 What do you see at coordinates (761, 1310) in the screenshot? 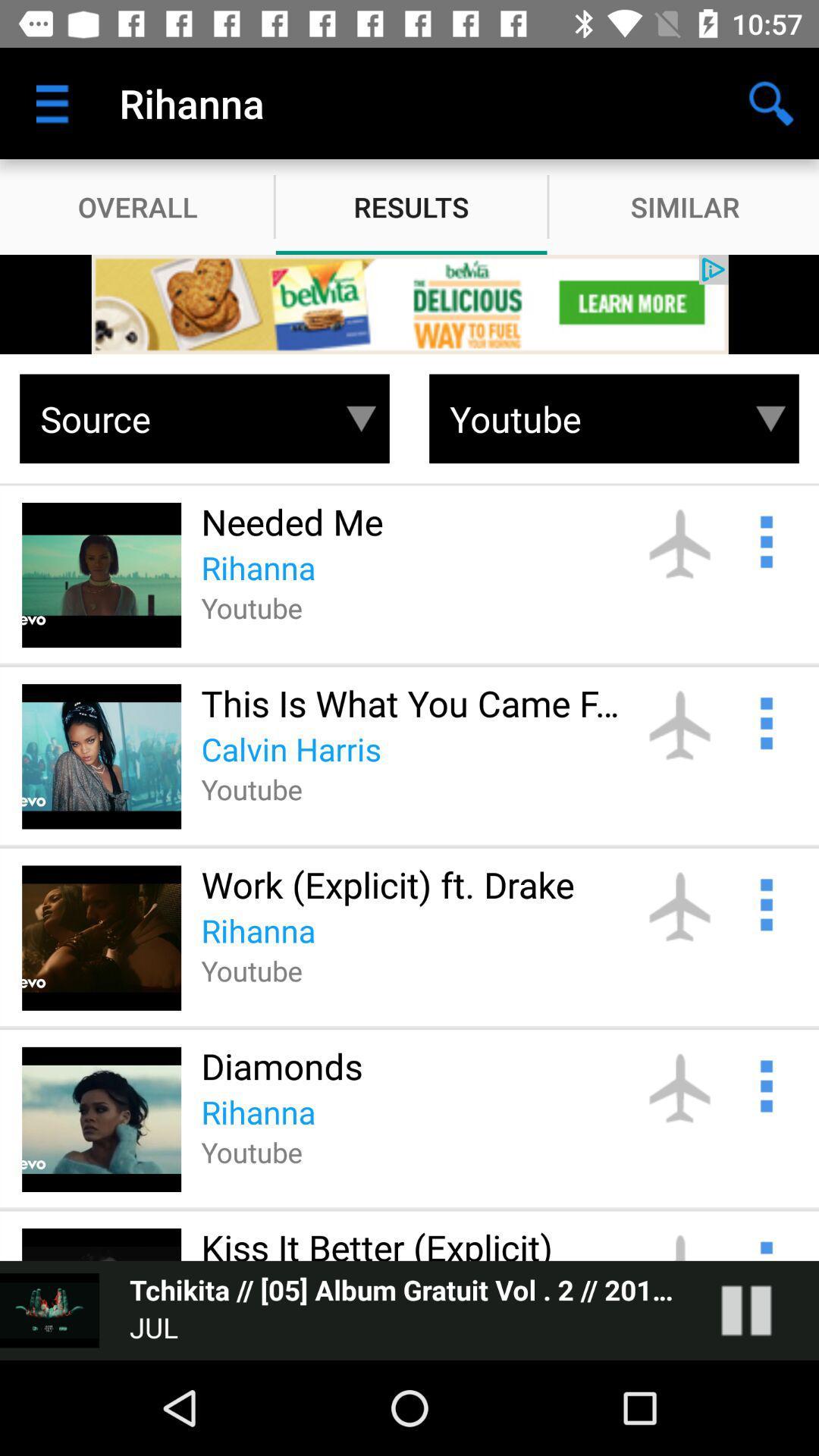
I see `the pause icon` at bounding box center [761, 1310].